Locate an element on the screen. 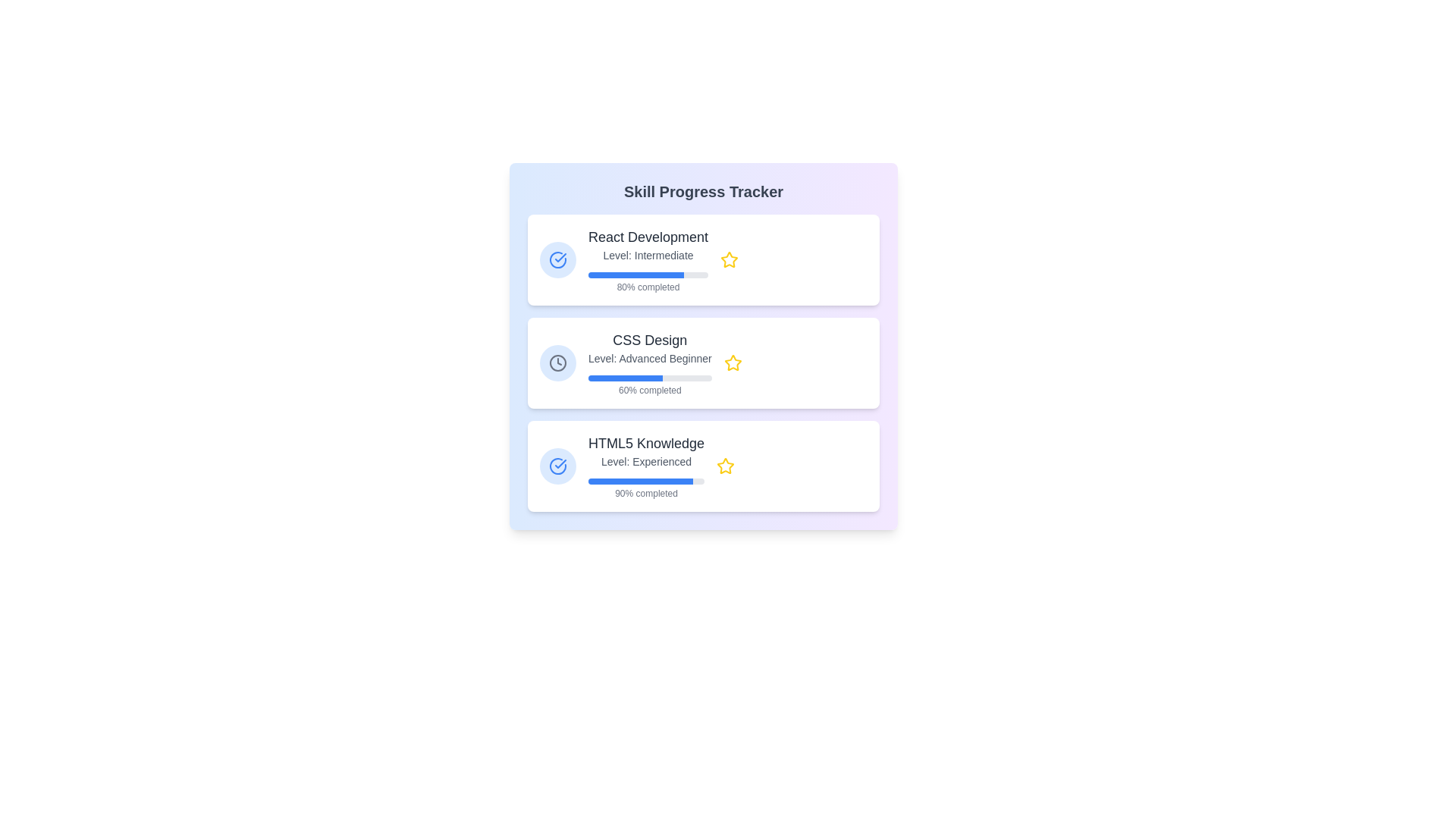 This screenshot has height=819, width=1456. the third item in the vertical list of the 'Skill Progress Tracker' section, which displays the user's progress in HTML5 is located at coordinates (702, 465).